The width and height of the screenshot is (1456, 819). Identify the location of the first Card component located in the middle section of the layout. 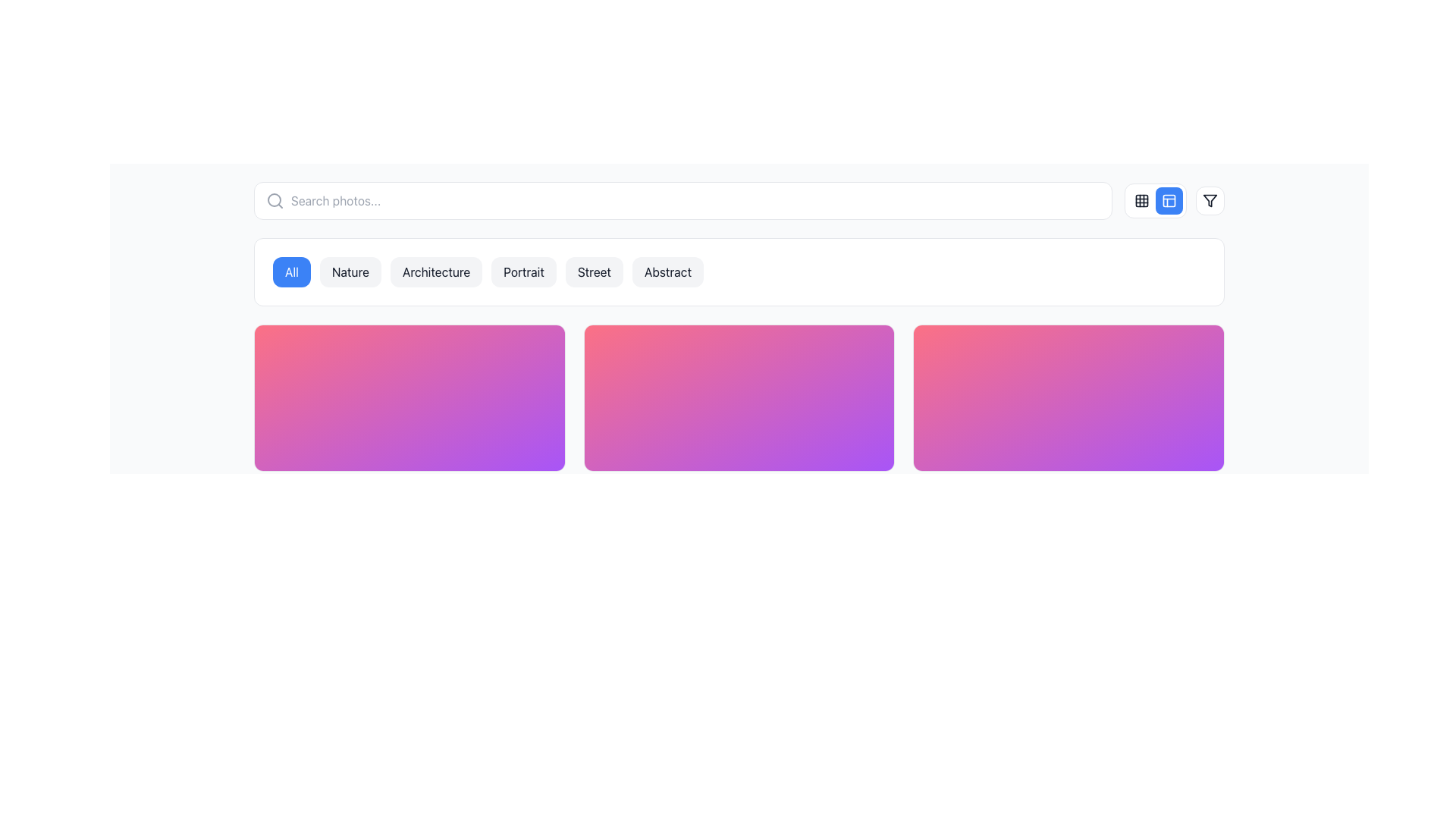
(409, 397).